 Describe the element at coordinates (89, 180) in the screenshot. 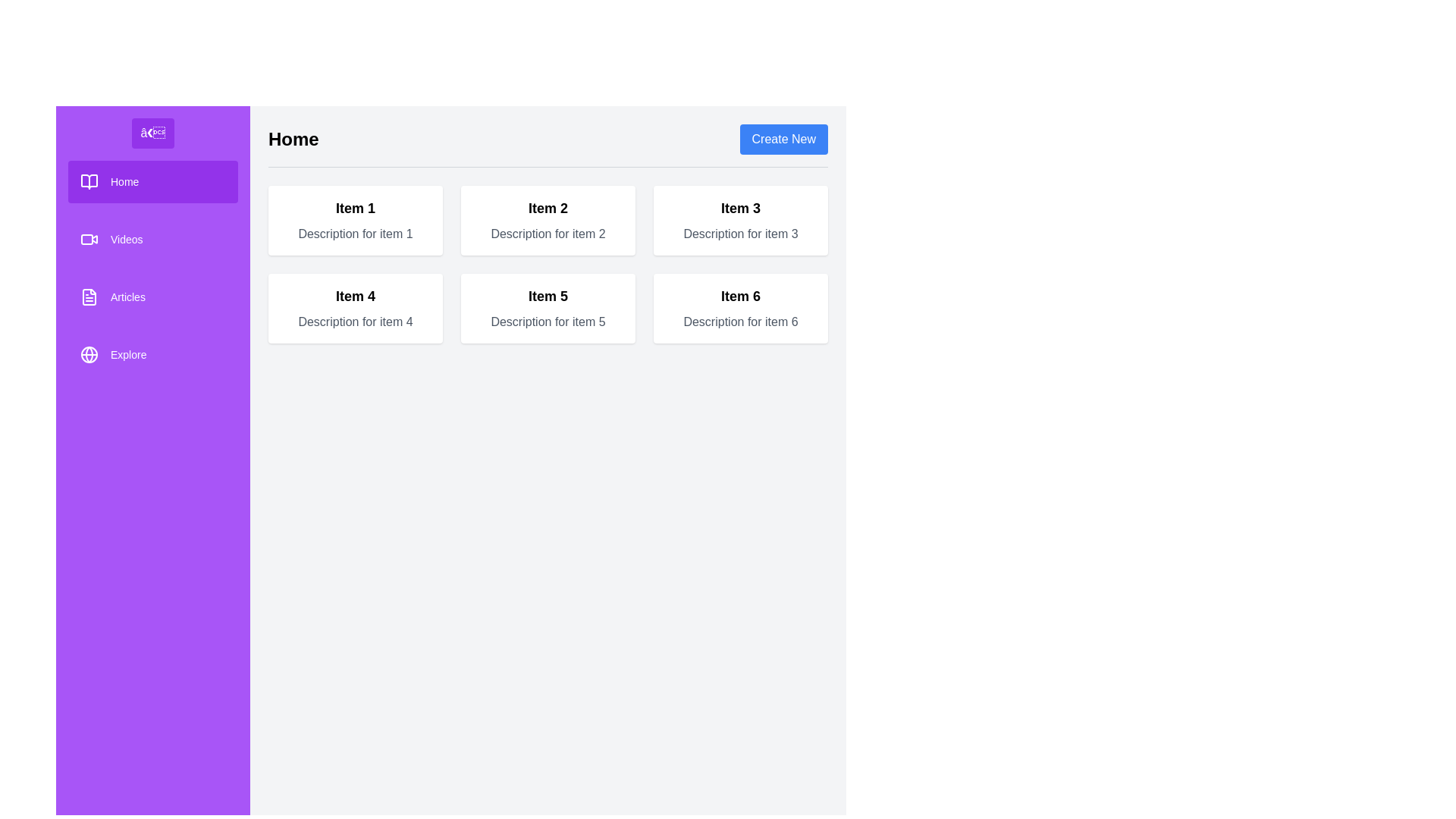

I see `the 'Home' icon located in the sidebar navigation menu` at that location.